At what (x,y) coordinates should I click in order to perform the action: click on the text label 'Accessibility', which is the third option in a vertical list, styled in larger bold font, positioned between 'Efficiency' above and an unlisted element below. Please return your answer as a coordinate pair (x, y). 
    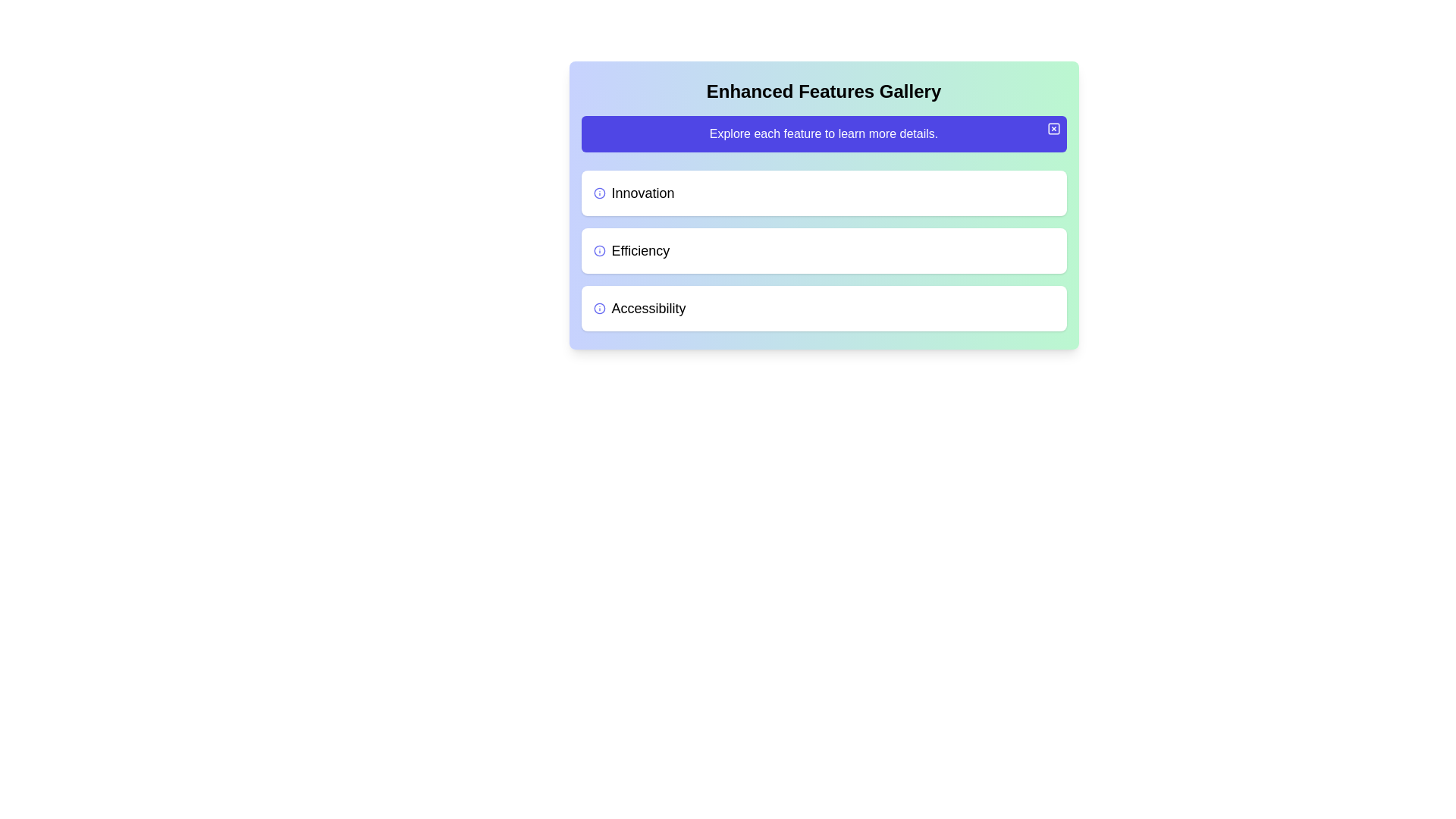
    Looking at the image, I should click on (648, 308).